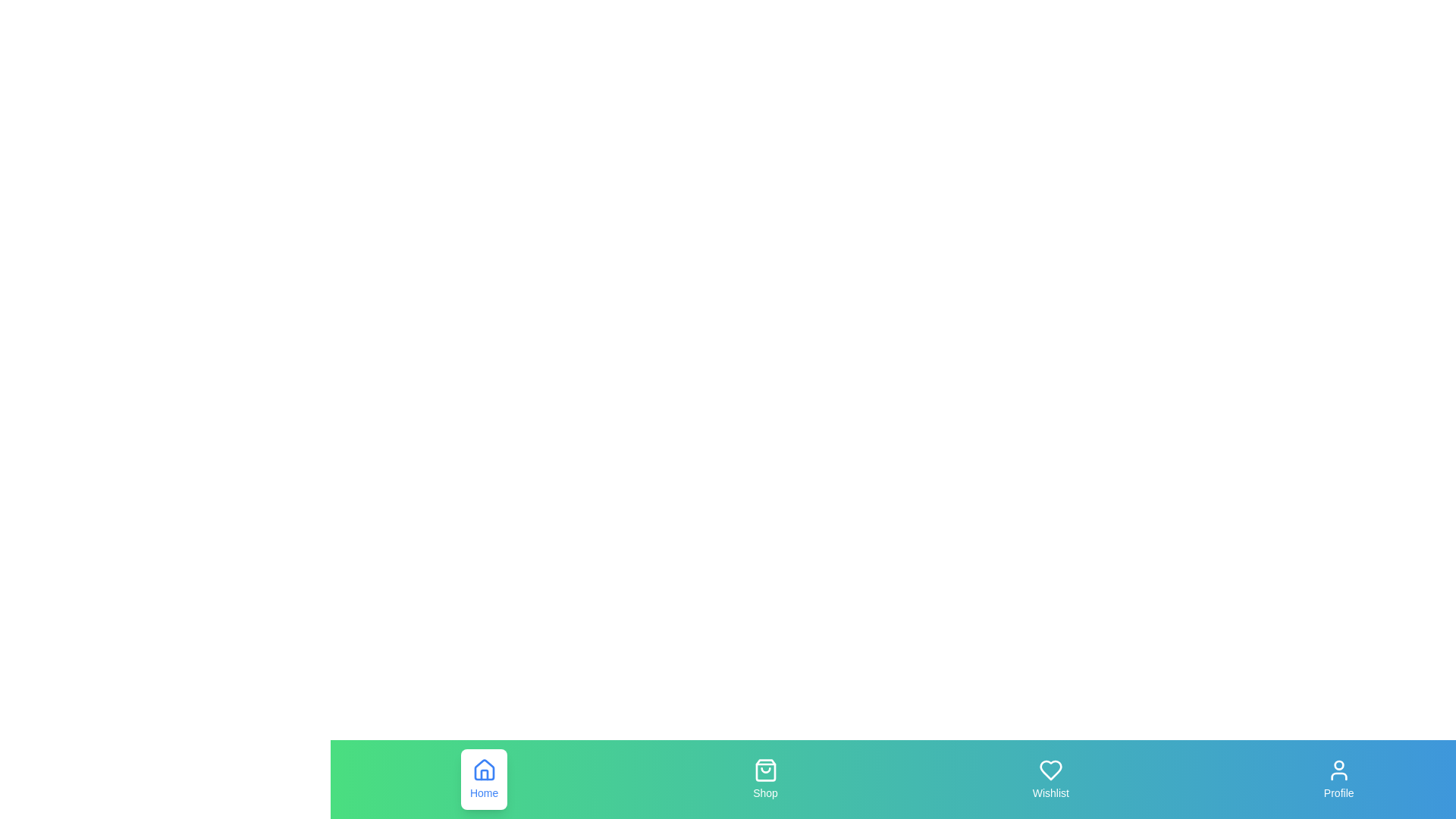 This screenshot has width=1456, height=819. Describe the element at coordinates (1338, 780) in the screenshot. I see `the tab labeled Profile to observe the animation effect` at that location.